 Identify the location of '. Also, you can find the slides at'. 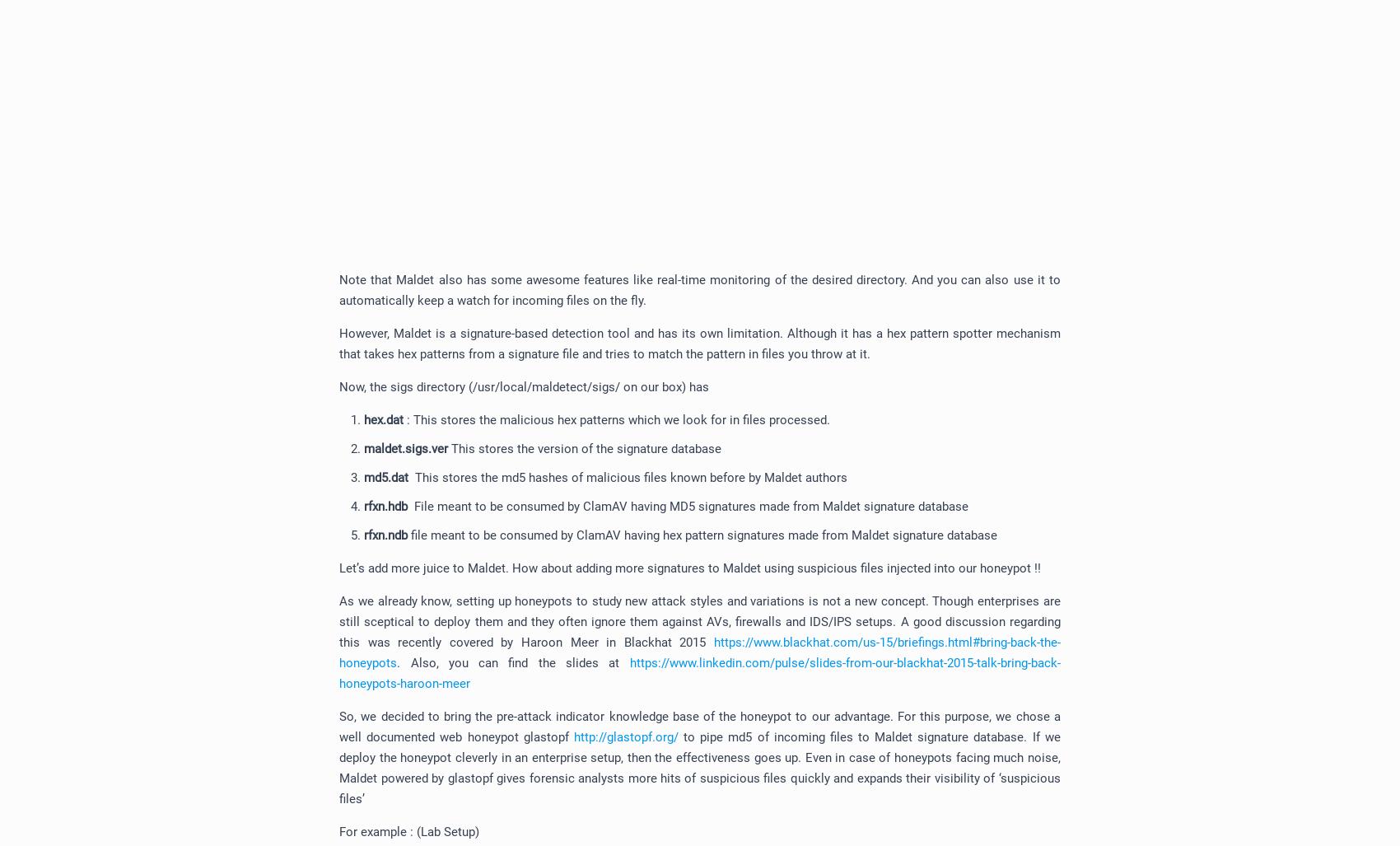
(512, 662).